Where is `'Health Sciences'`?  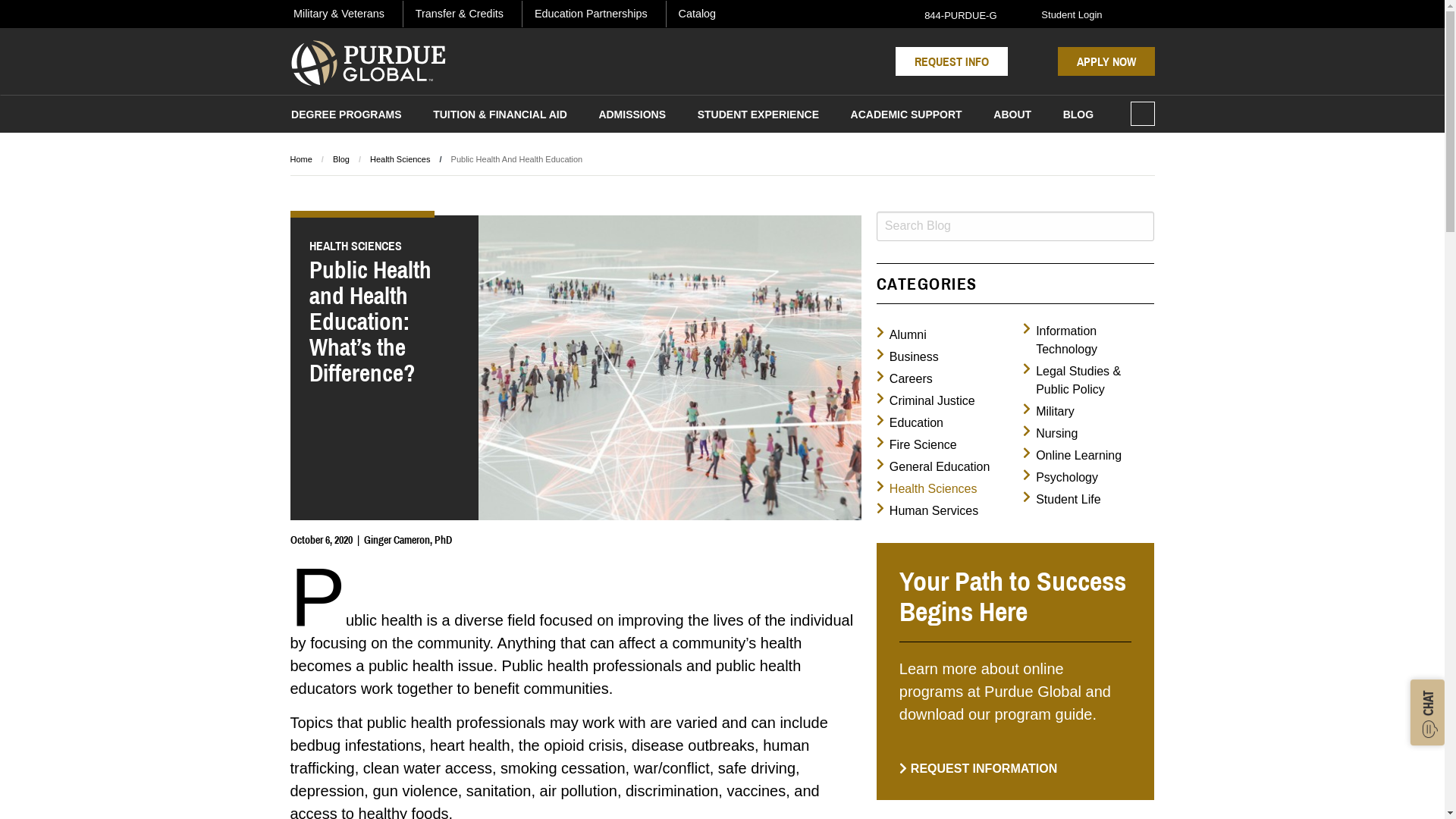
'Health Sciences' is located at coordinates (926, 488).